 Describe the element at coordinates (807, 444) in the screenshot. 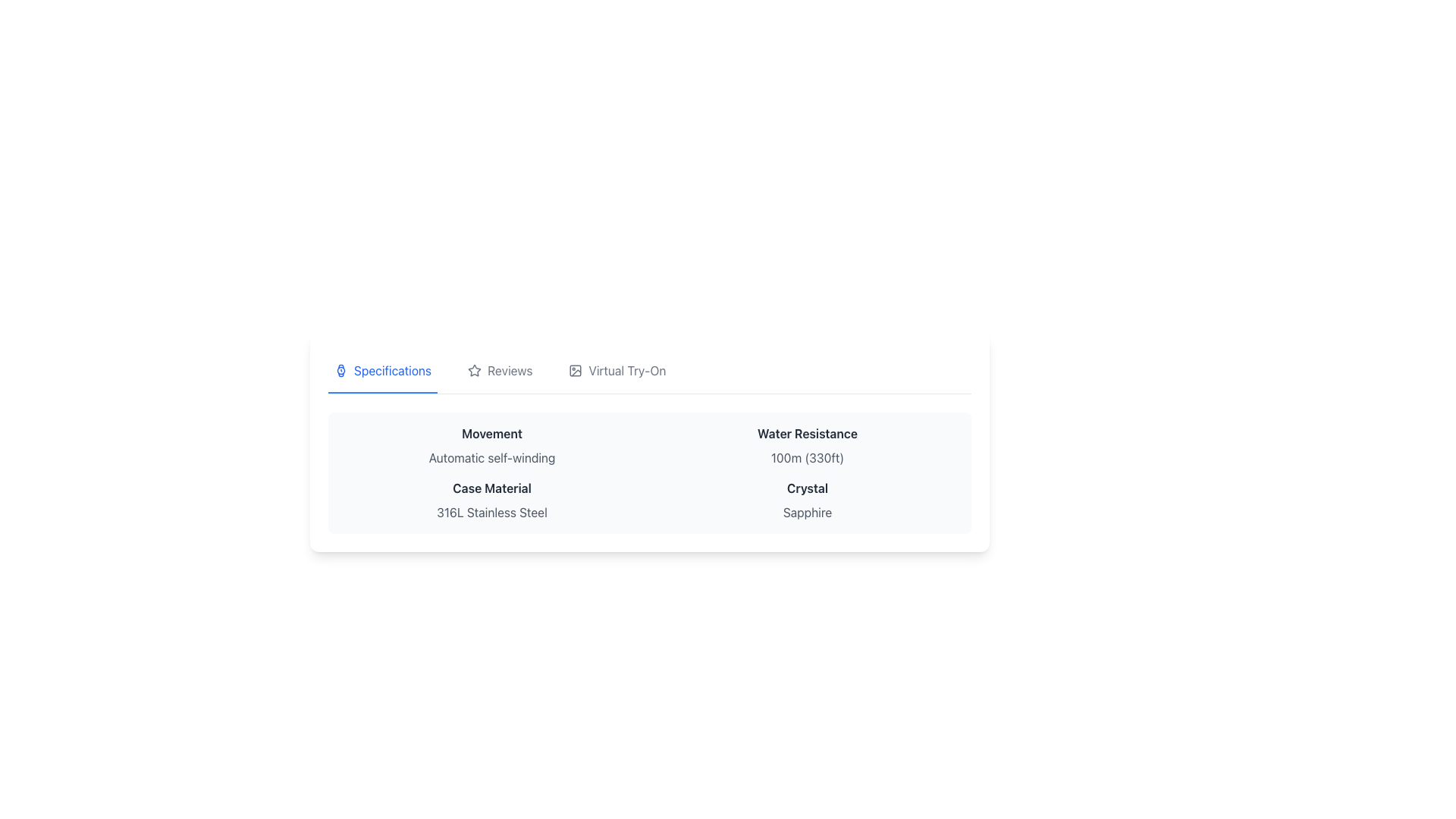

I see `the text element displaying 'Water Resistance' with the description '100m (330ft)' located in the right column, second row of the grid layout` at that location.